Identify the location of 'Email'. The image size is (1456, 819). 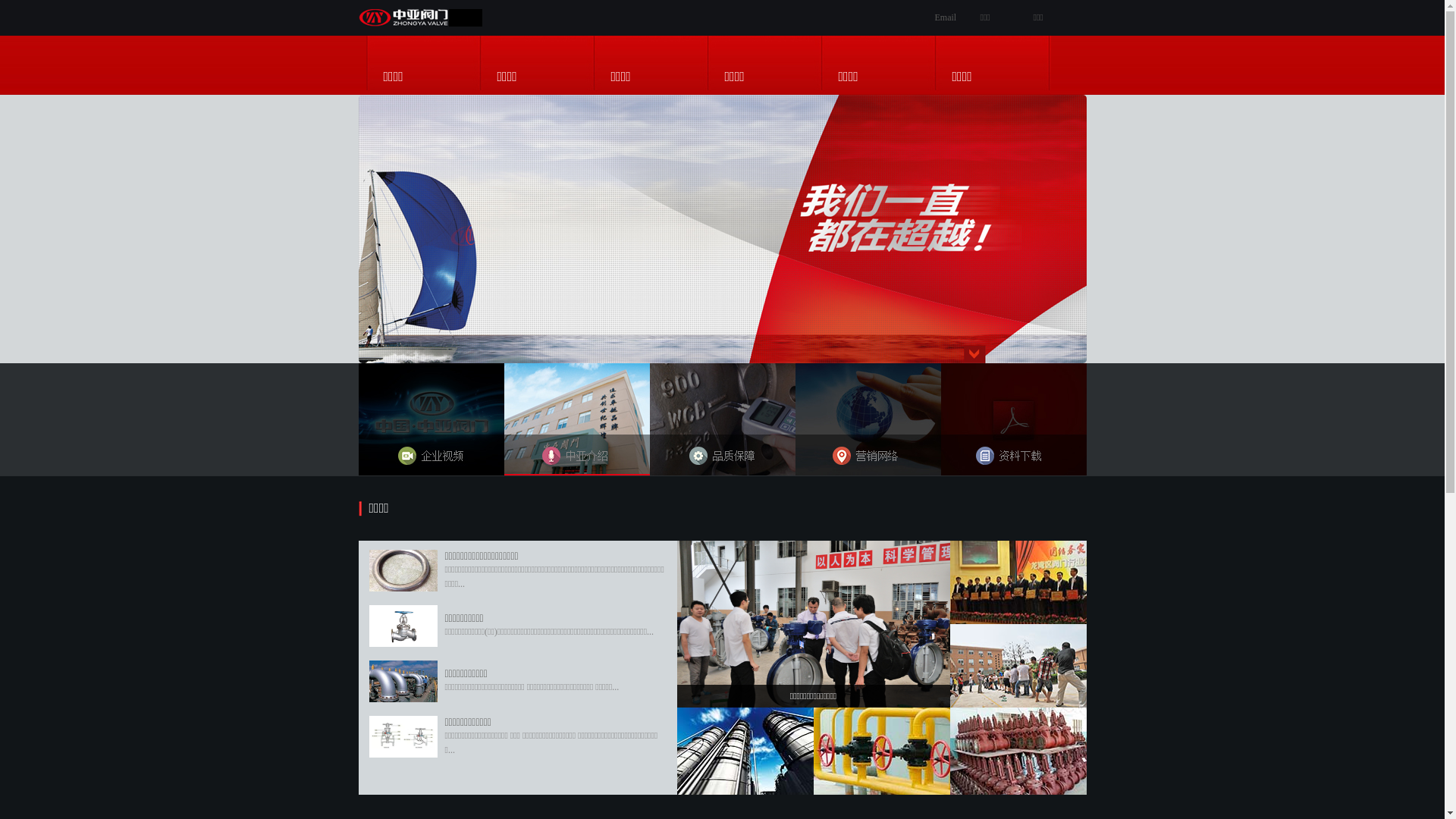
(944, 17).